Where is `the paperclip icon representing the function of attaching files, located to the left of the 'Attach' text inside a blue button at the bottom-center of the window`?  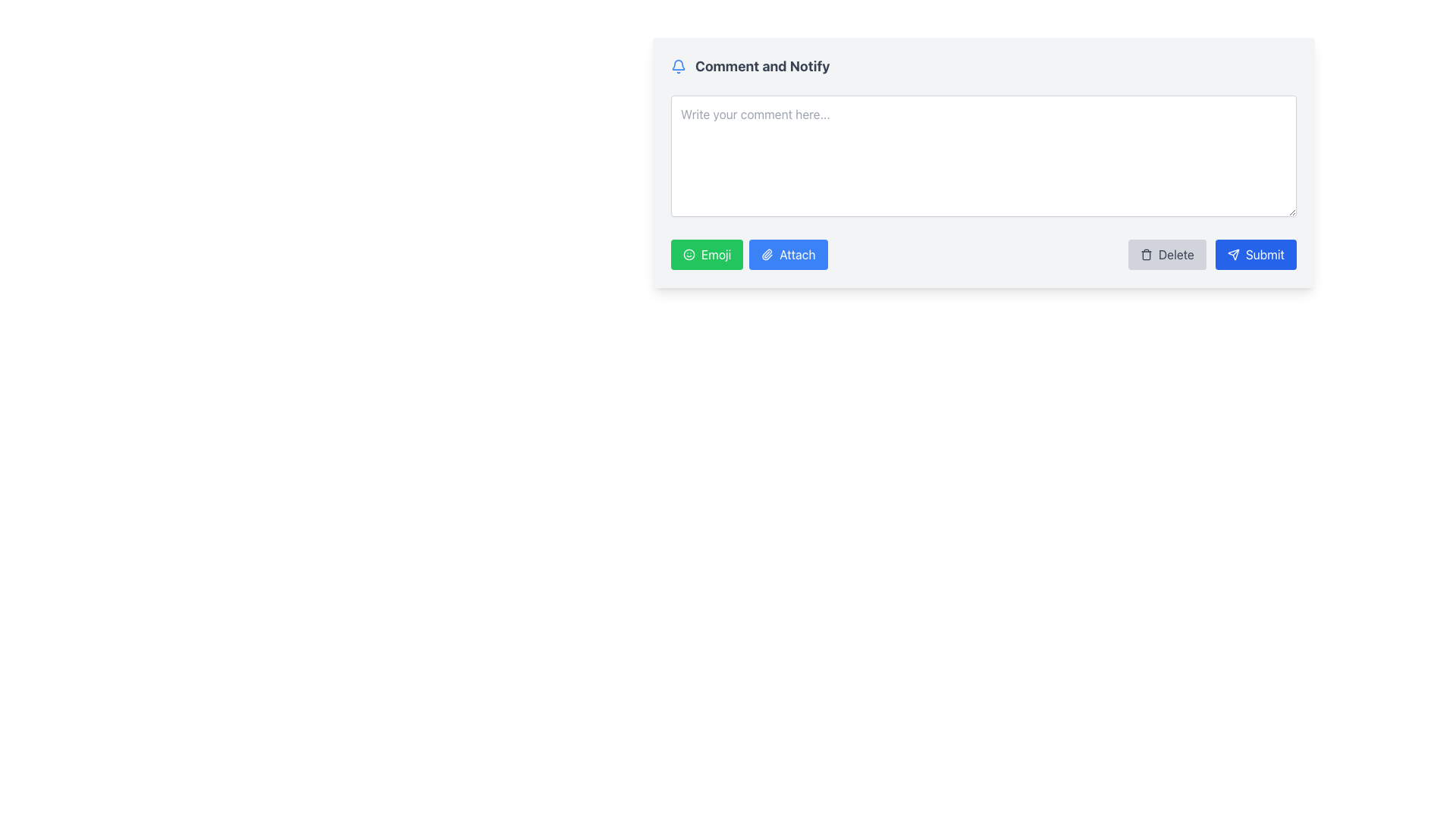
the paperclip icon representing the function of attaching files, located to the left of the 'Attach' text inside a blue button at the bottom-center of the window is located at coordinates (767, 253).